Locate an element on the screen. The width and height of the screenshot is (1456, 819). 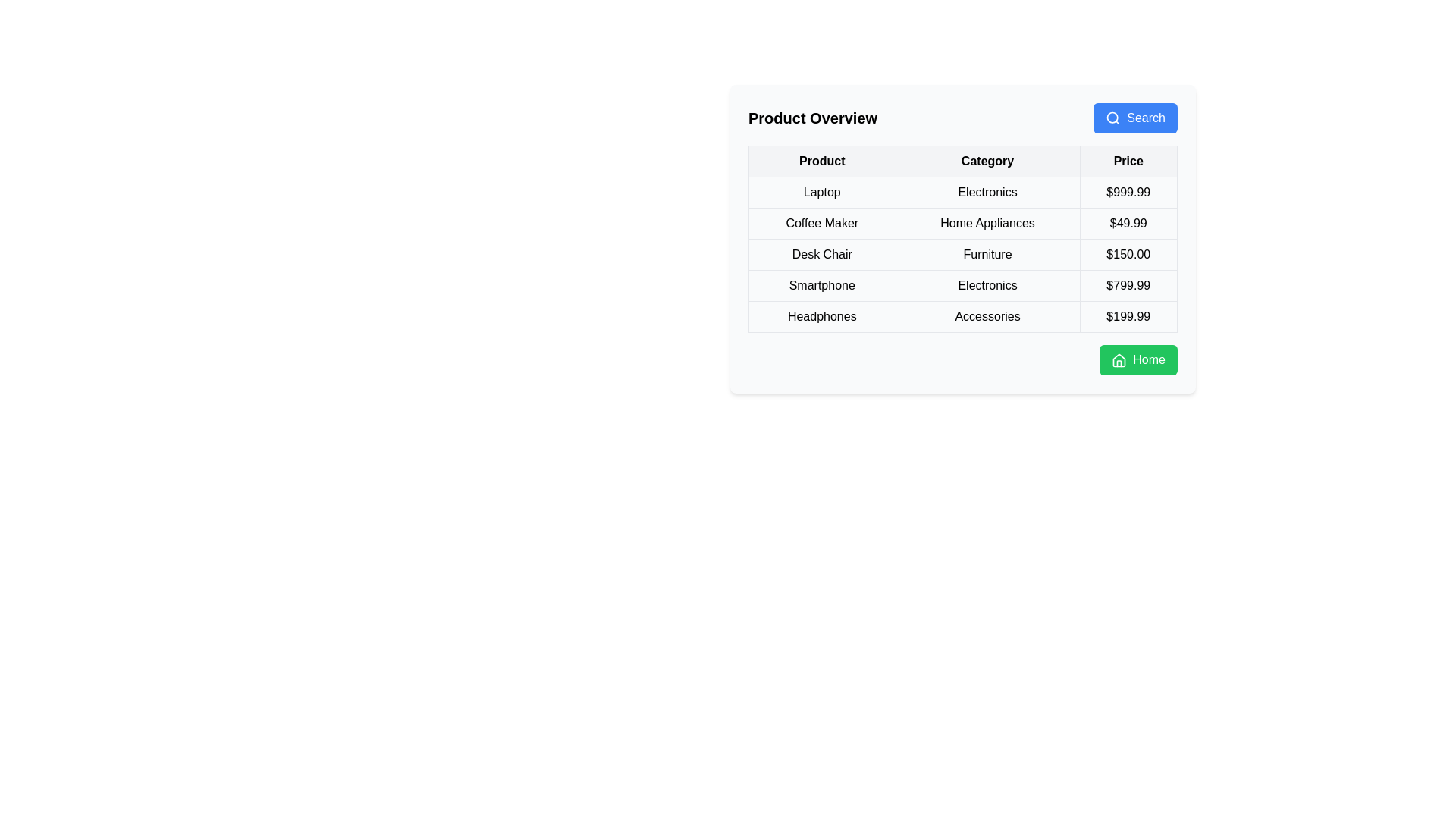
the table row item displaying the product 'Desk Chair', which is located in the third row of the table under the headers 'Product', 'Category', and 'Price' is located at coordinates (962, 253).